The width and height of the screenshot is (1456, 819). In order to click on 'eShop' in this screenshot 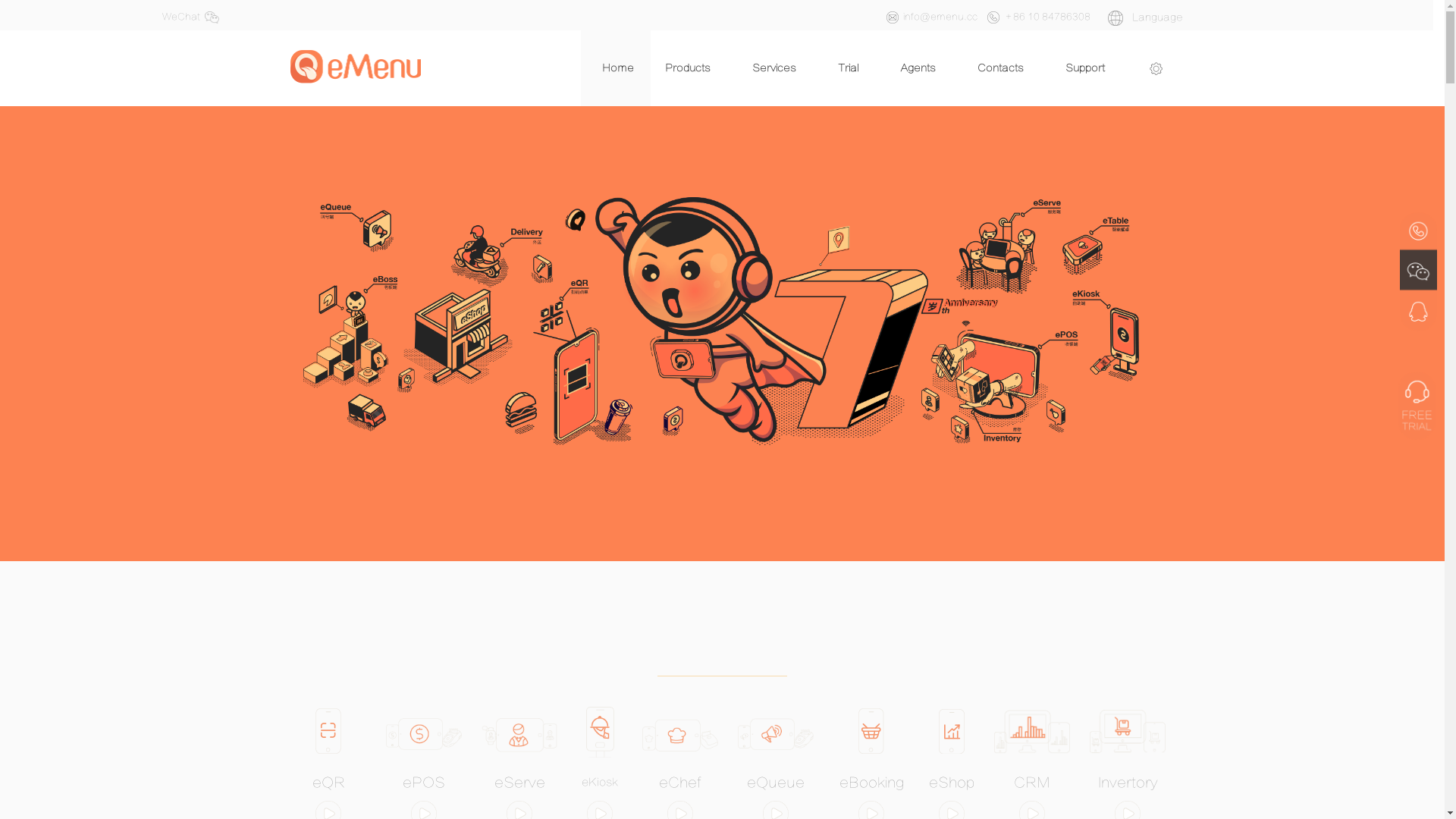, I will do `click(950, 780)`.